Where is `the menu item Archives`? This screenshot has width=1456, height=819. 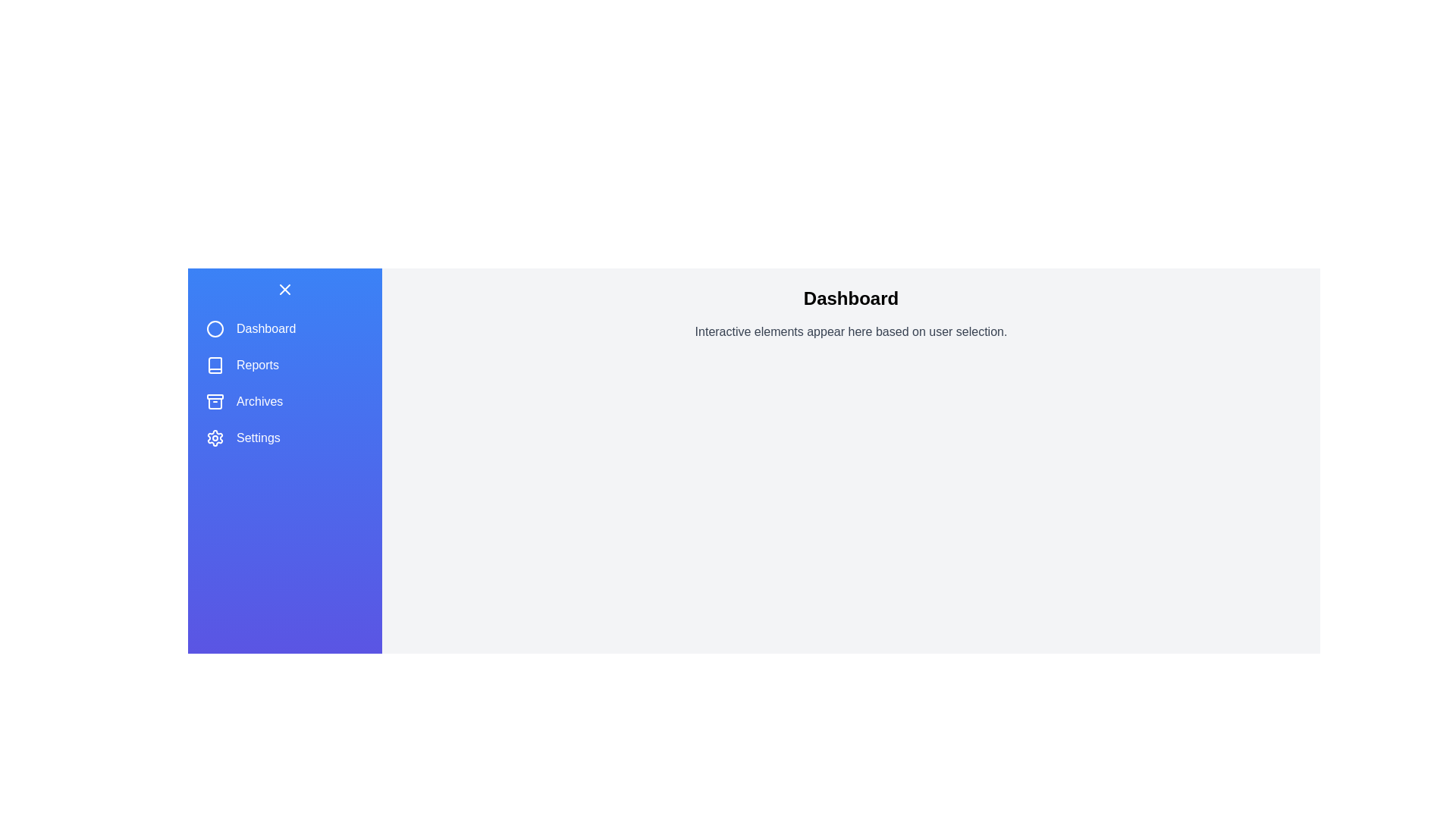
the menu item Archives is located at coordinates (284, 400).